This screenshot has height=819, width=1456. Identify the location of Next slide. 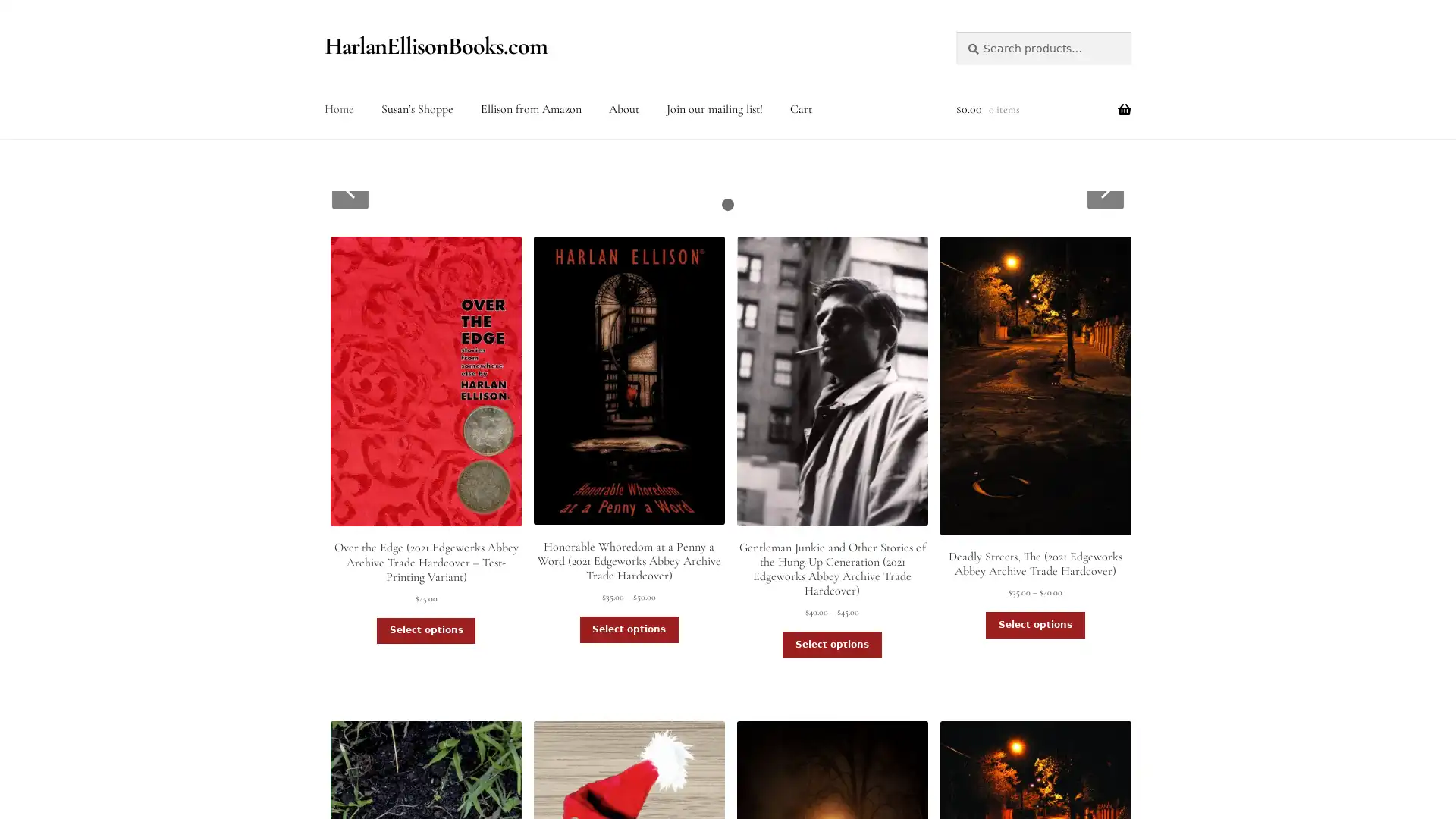
(1105, 190).